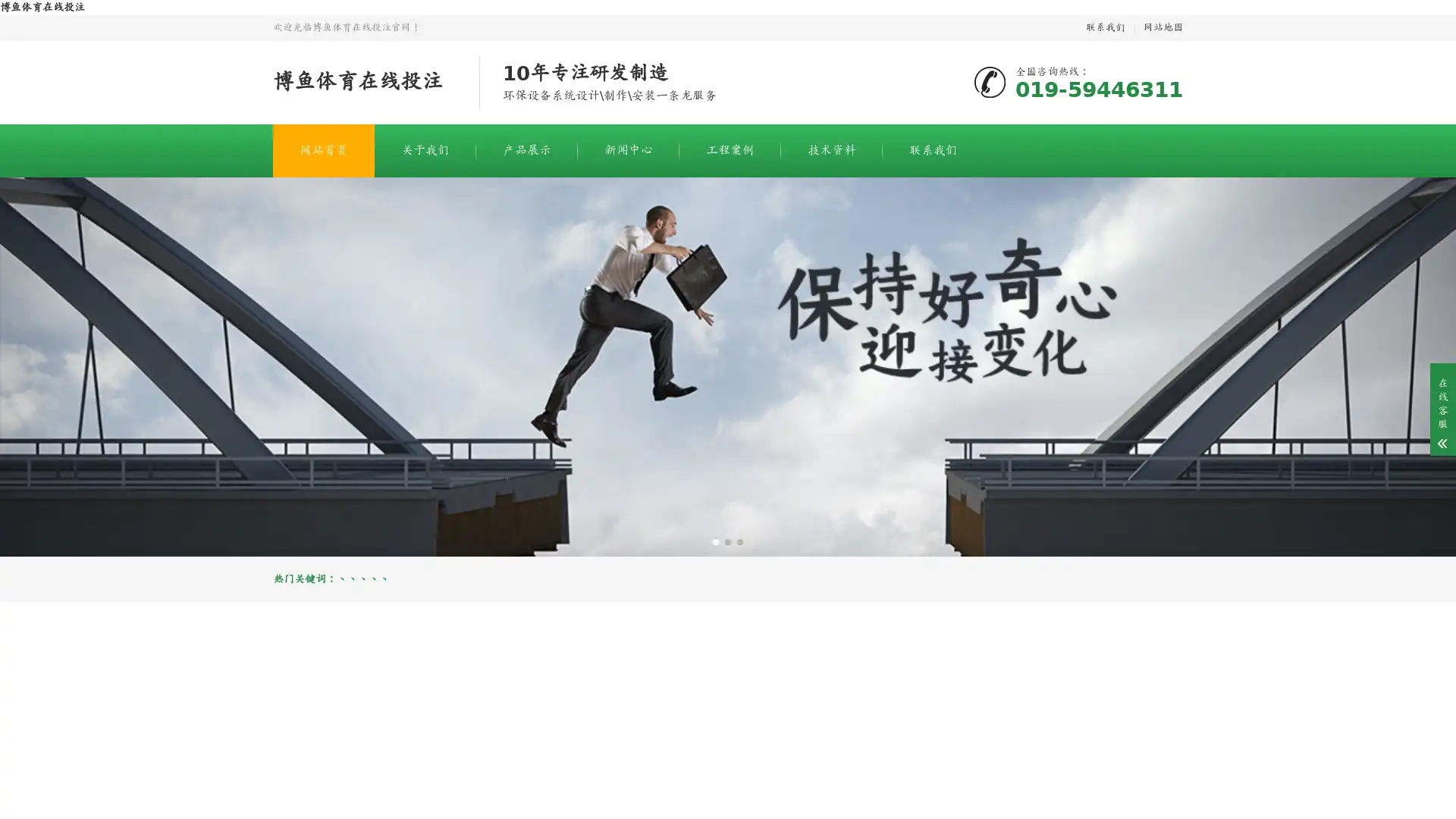 Image resolution: width=1456 pixels, height=819 pixels. Describe the element at coordinates (728, 541) in the screenshot. I see `Go to slide 2` at that location.